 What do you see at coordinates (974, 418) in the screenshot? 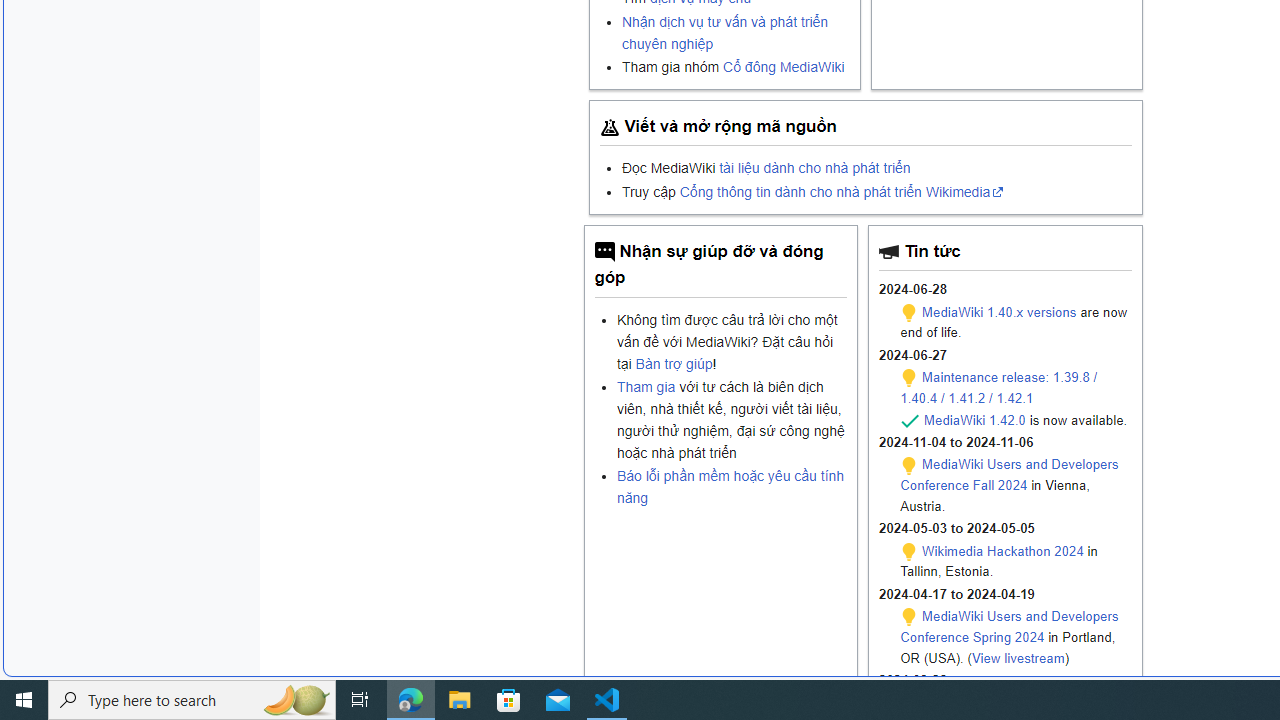
I see `'MediaWiki 1.42.0'` at bounding box center [974, 418].